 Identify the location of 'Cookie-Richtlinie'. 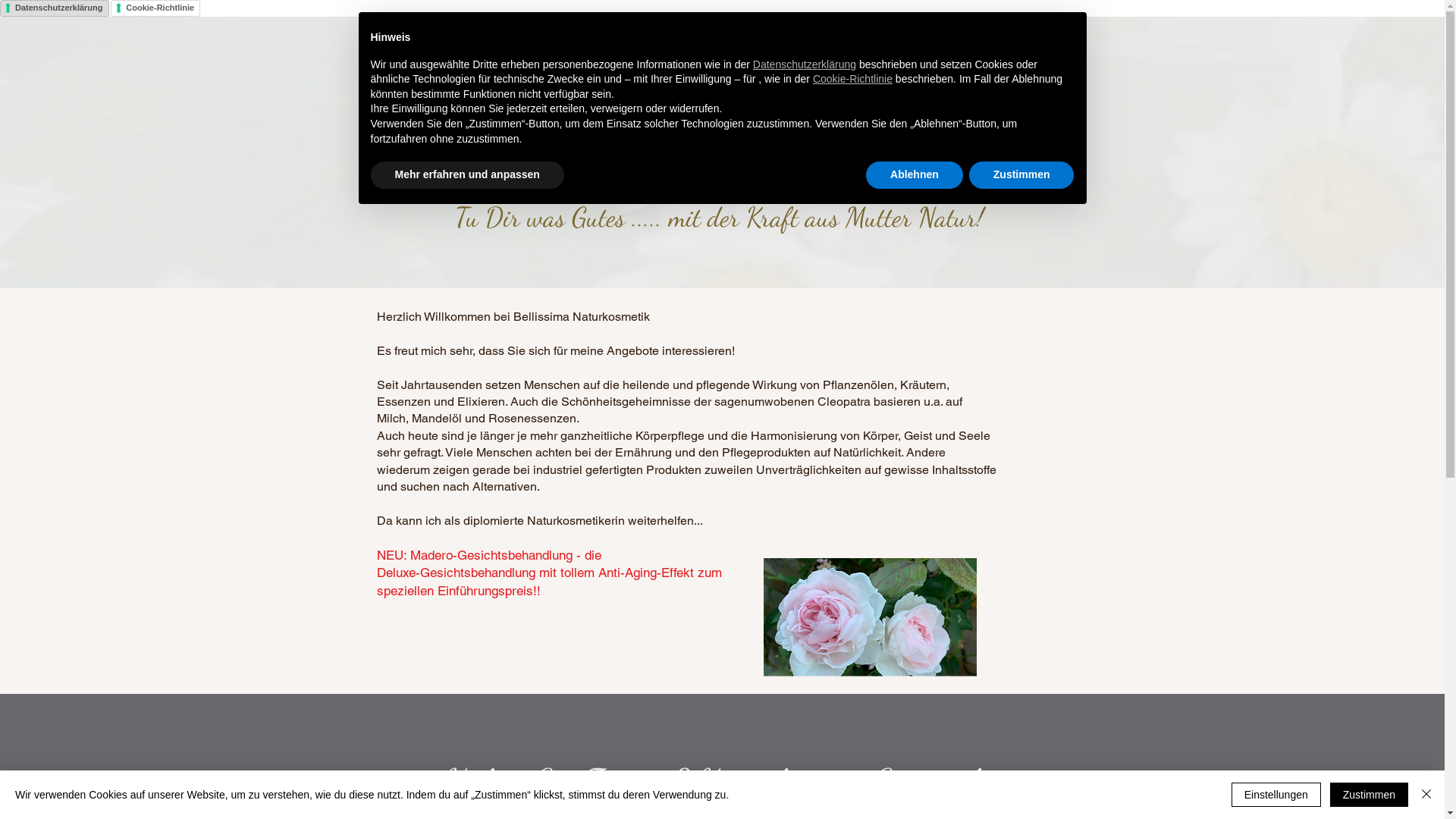
(852, 79).